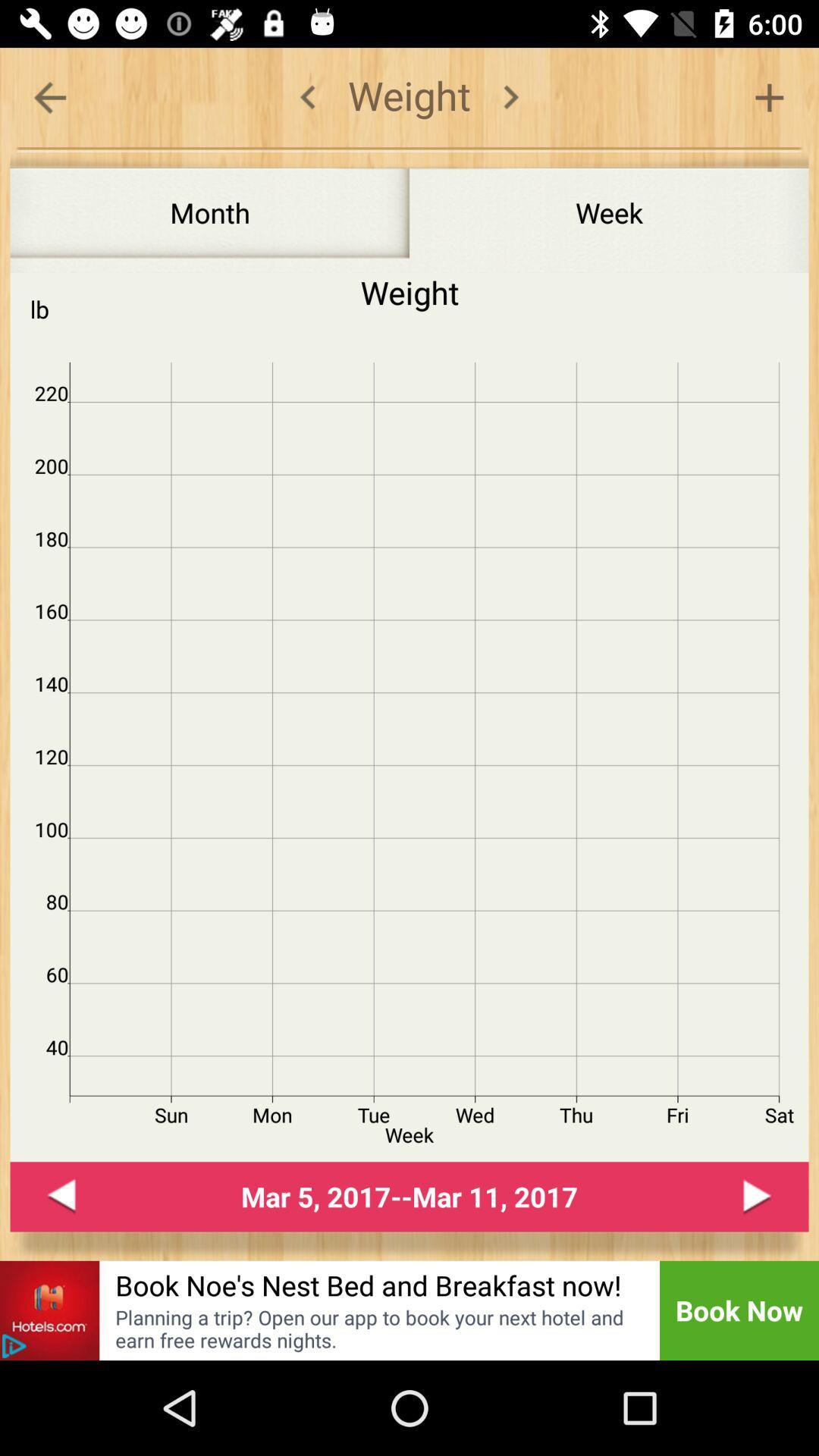  I want to click on period tracker period calendar ovulation tracker, so click(510, 96).